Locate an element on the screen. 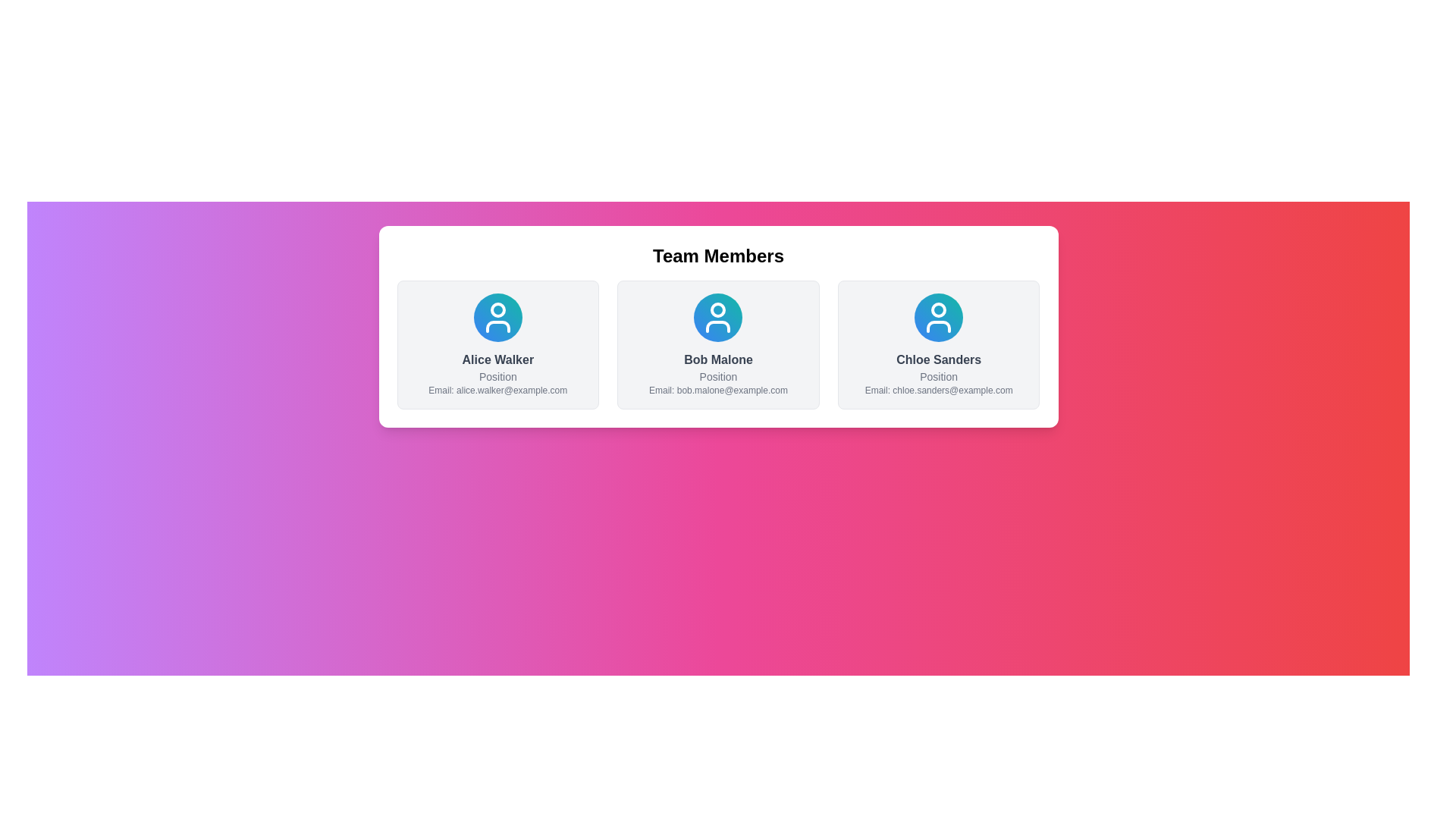 This screenshot has width=1456, height=819. the vector graphic representation of a rounded horizontal bar beneath the circle in the profile card labeled 'Alice Walker' is located at coordinates (497, 326).